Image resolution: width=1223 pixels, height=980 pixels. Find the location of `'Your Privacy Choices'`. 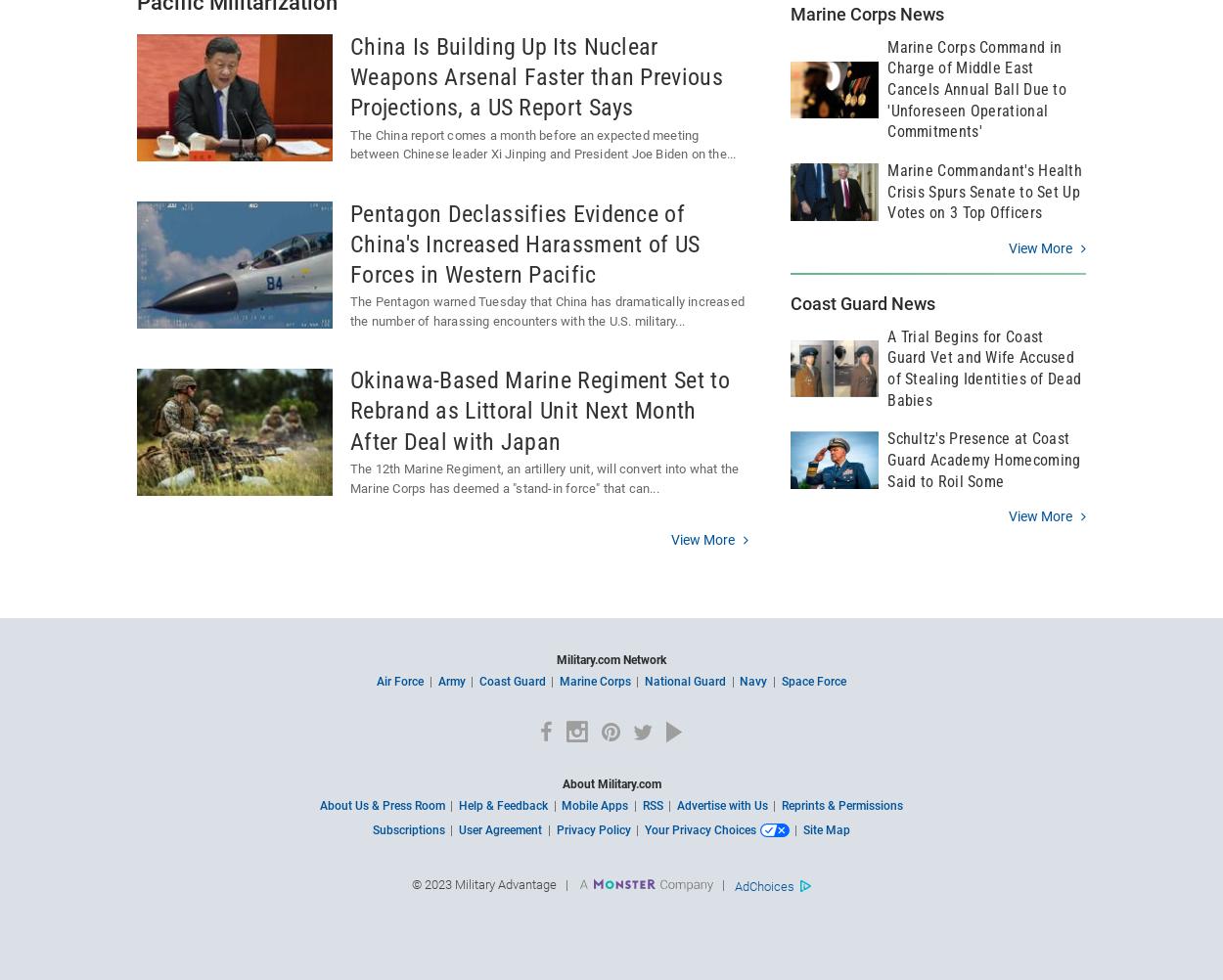

'Your Privacy Choices' is located at coordinates (644, 828).